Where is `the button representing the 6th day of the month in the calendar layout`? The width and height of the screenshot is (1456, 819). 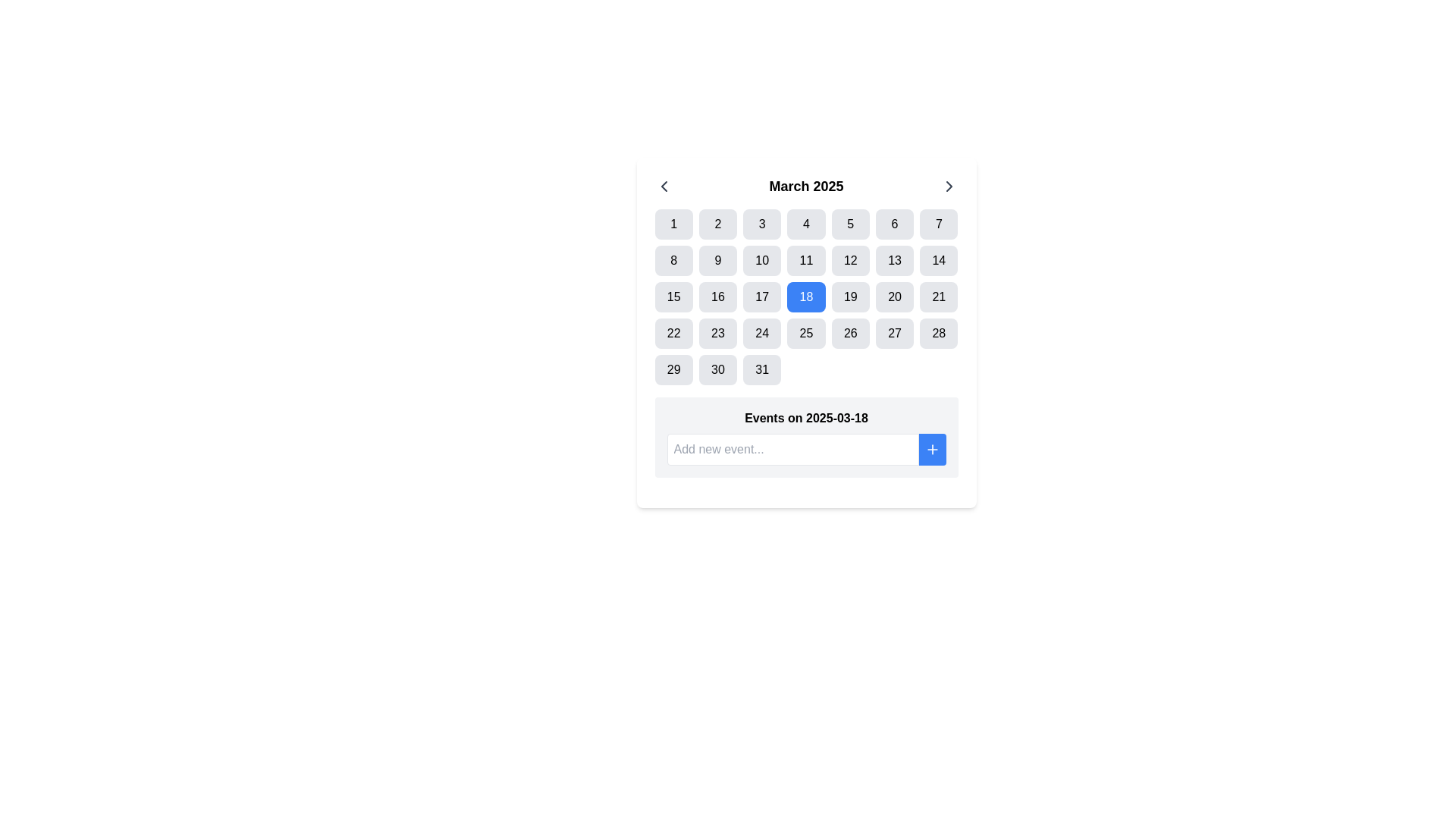 the button representing the 6th day of the month in the calendar layout is located at coordinates (895, 224).